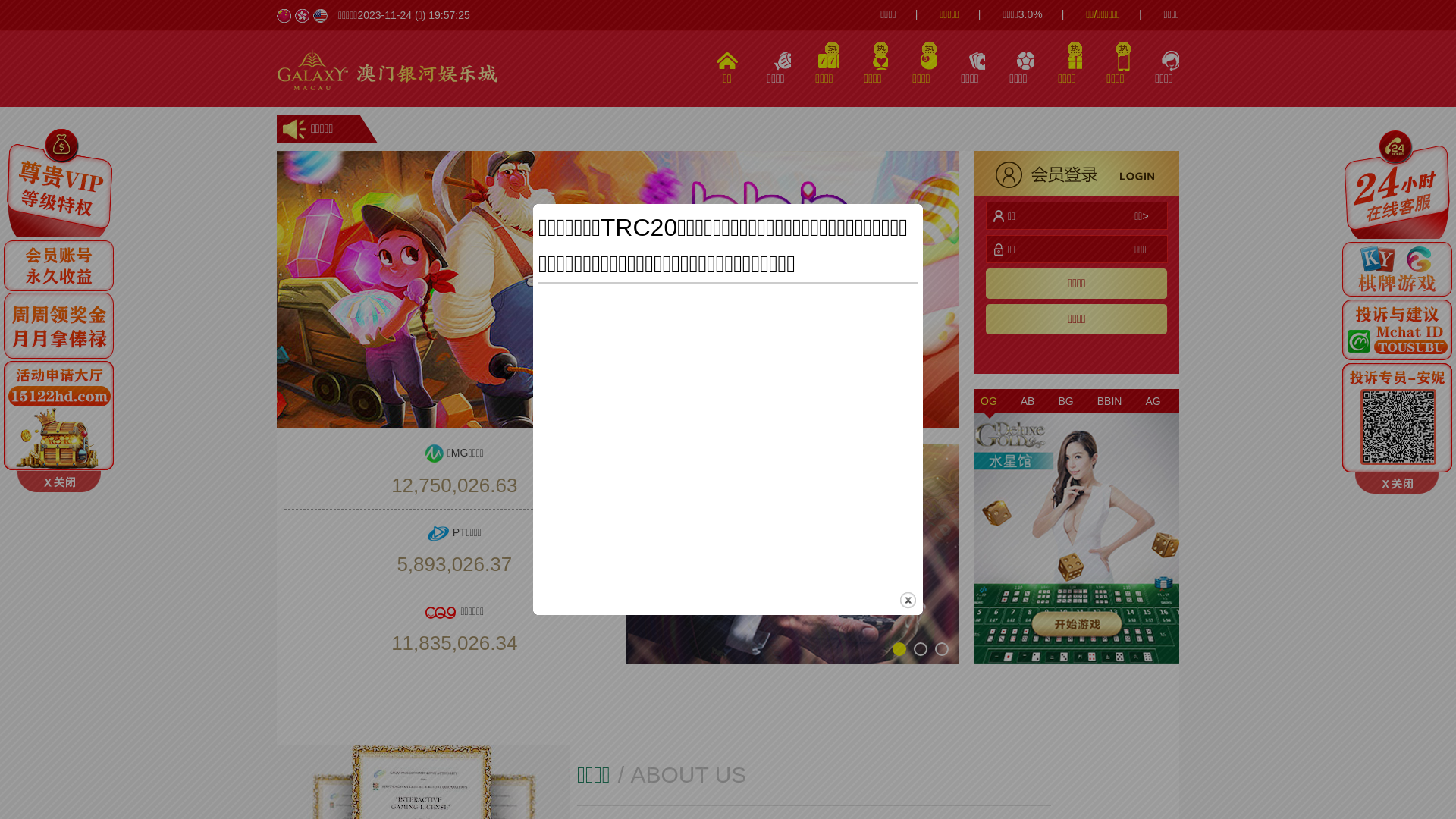 Image resolution: width=1456 pixels, height=819 pixels. I want to click on 'BG', so click(1065, 400).